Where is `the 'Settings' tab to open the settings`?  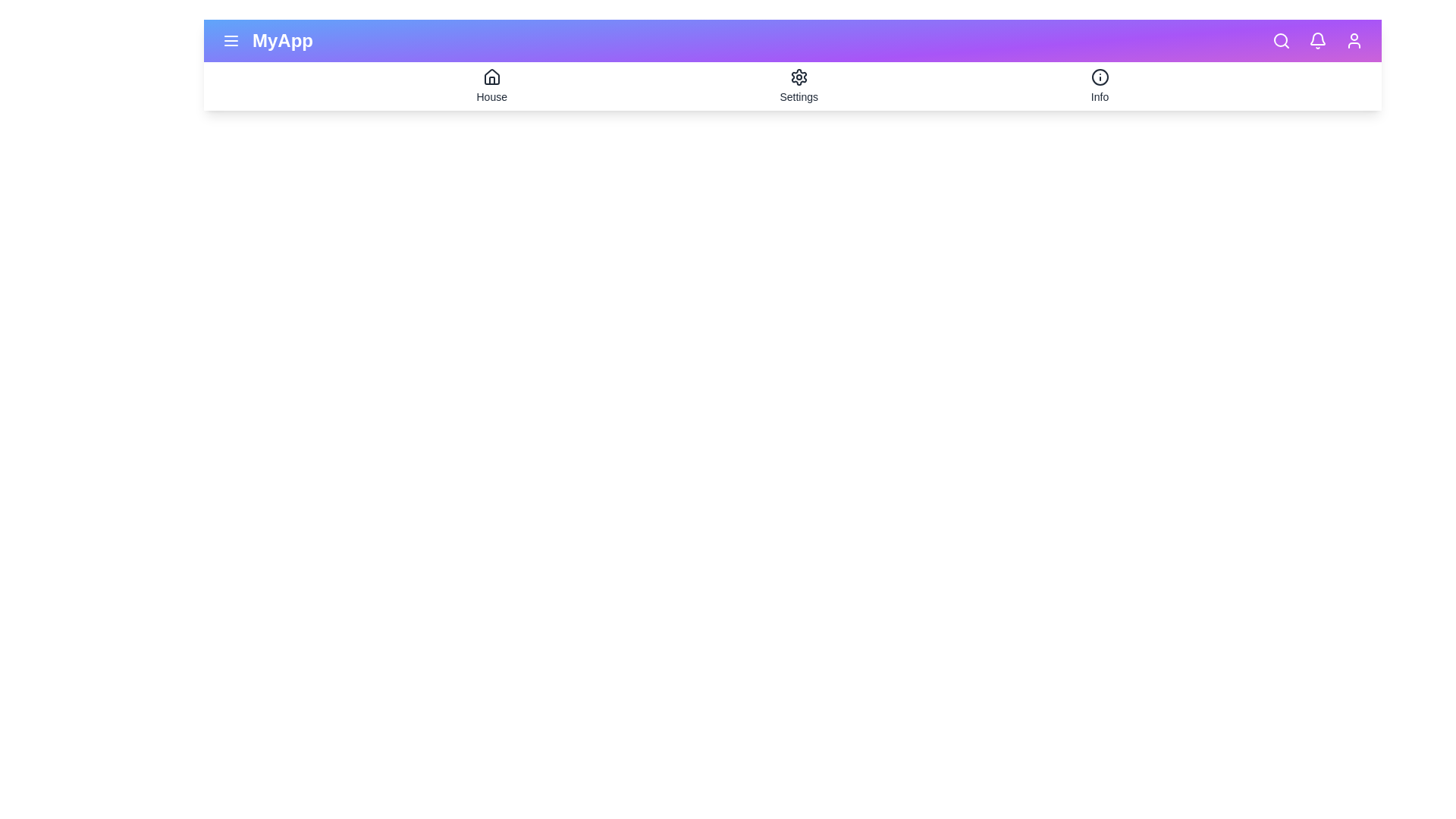
the 'Settings' tab to open the settings is located at coordinates (797, 86).